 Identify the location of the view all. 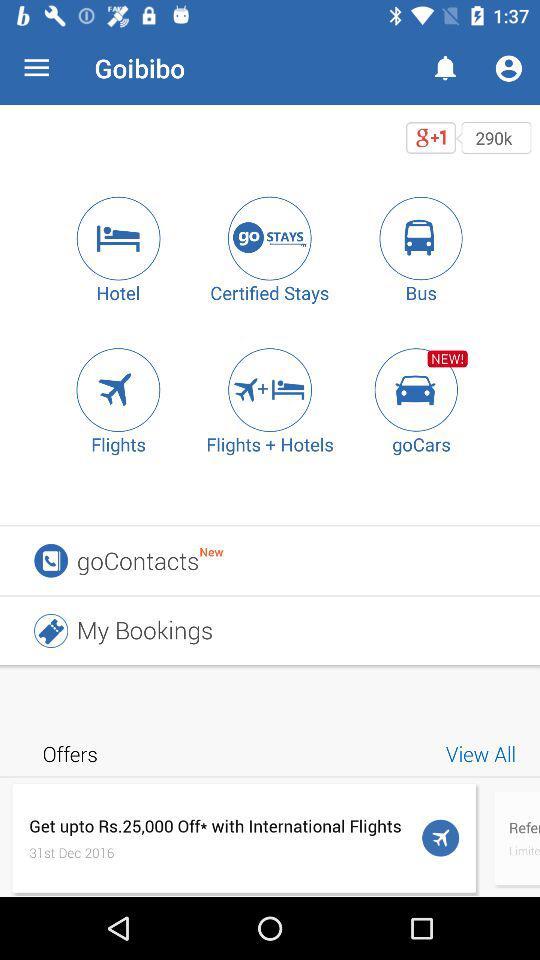
(483, 752).